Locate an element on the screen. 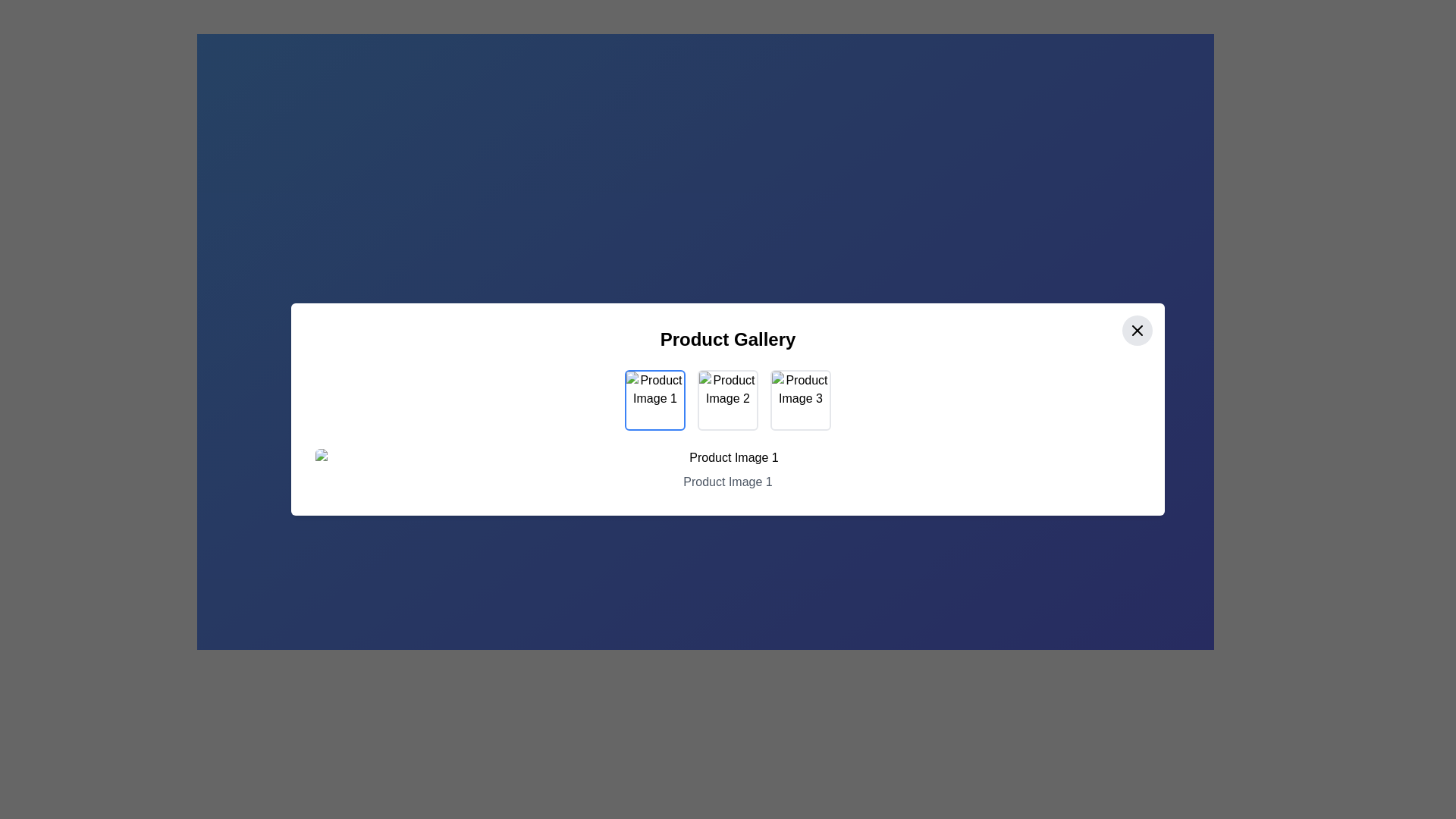  the image thumbnail representing the third product in the gallery is located at coordinates (800, 400).